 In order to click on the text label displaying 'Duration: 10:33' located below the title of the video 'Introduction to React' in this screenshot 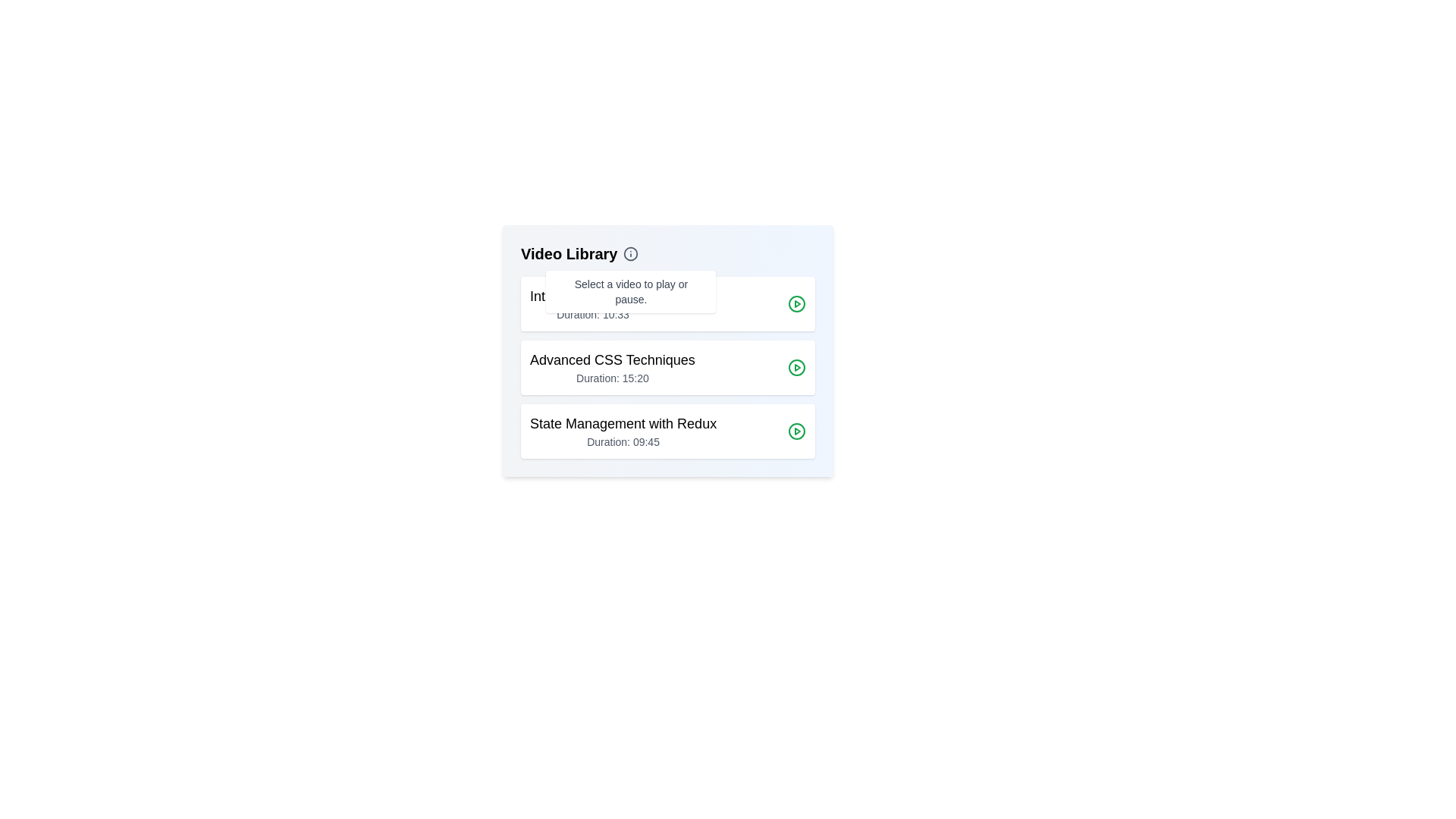, I will do `click(592, 314)`.